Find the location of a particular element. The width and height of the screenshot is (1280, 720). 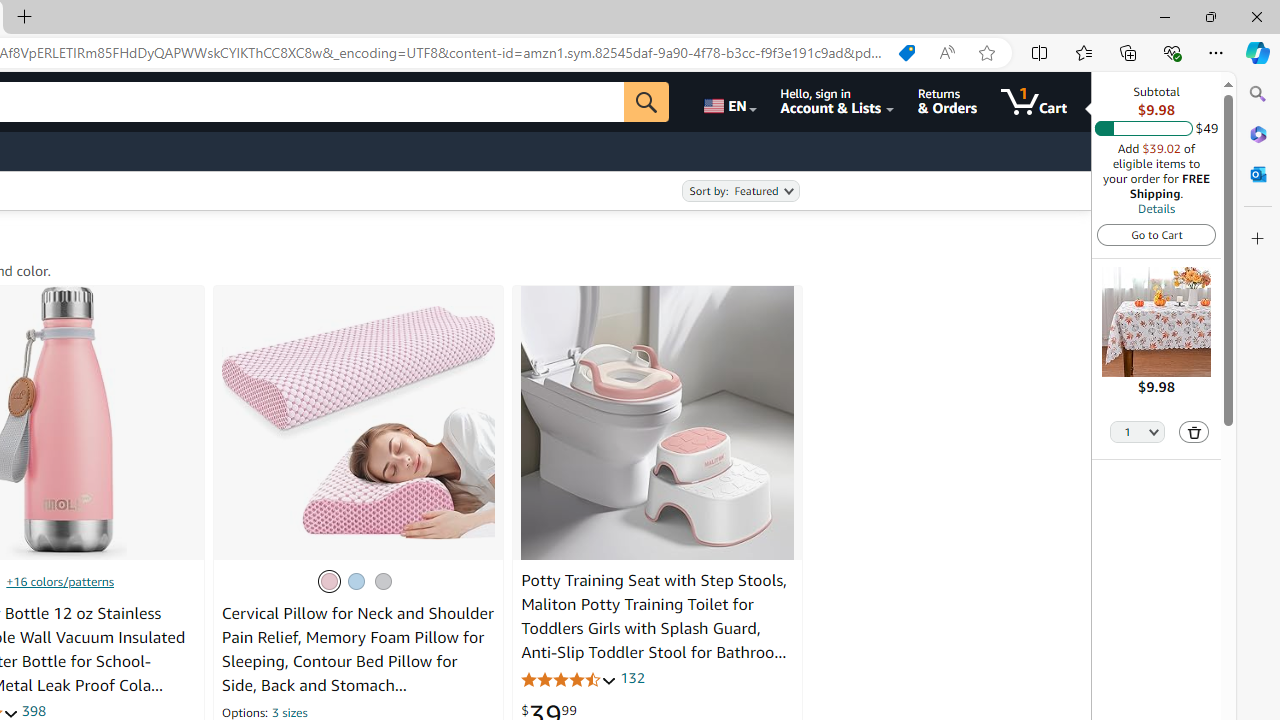

'Blue' is located at coordinates (355, 580).